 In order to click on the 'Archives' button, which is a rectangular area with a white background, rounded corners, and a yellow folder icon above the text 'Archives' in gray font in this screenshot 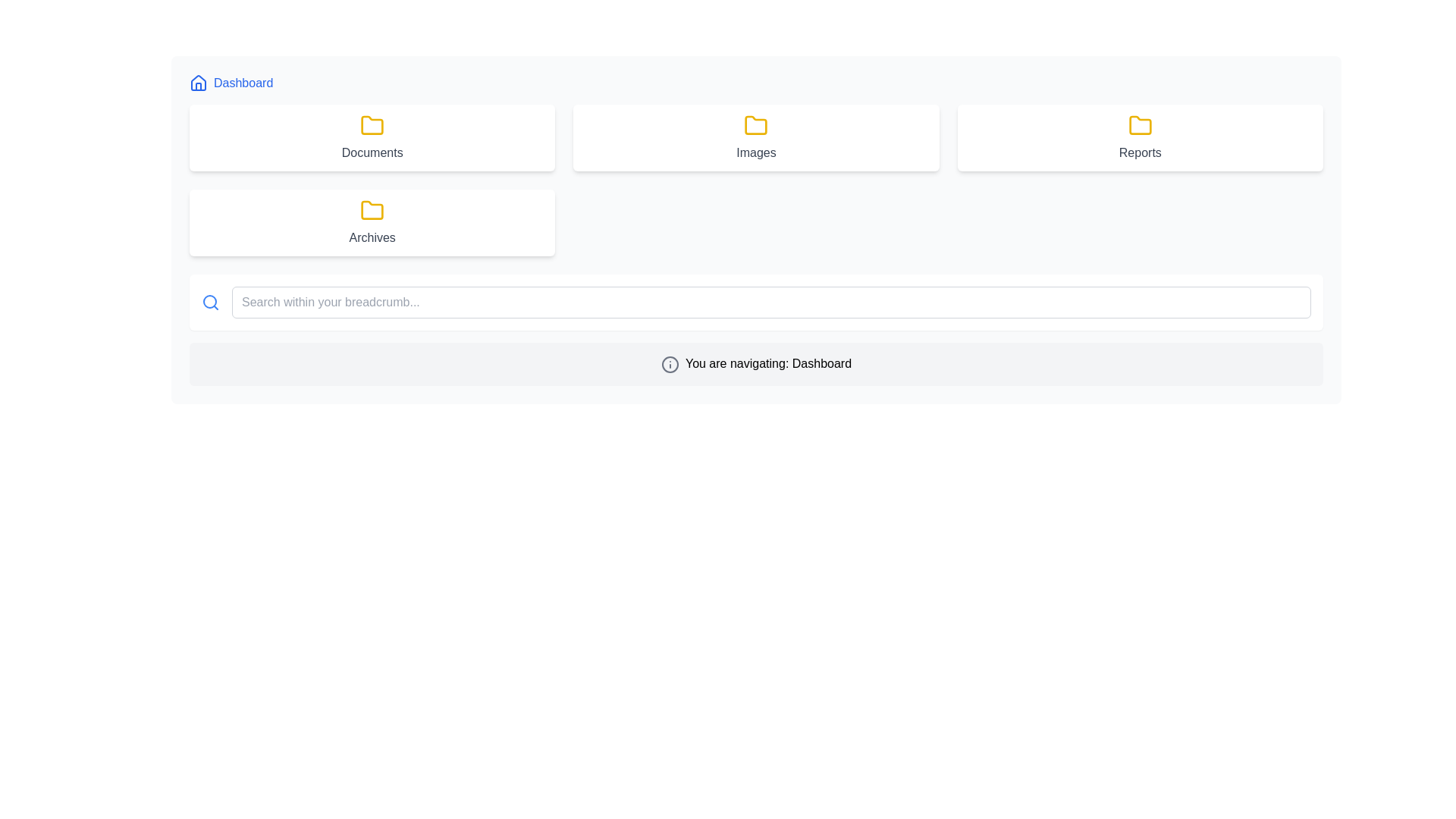, I will do `click(372, 222)`.